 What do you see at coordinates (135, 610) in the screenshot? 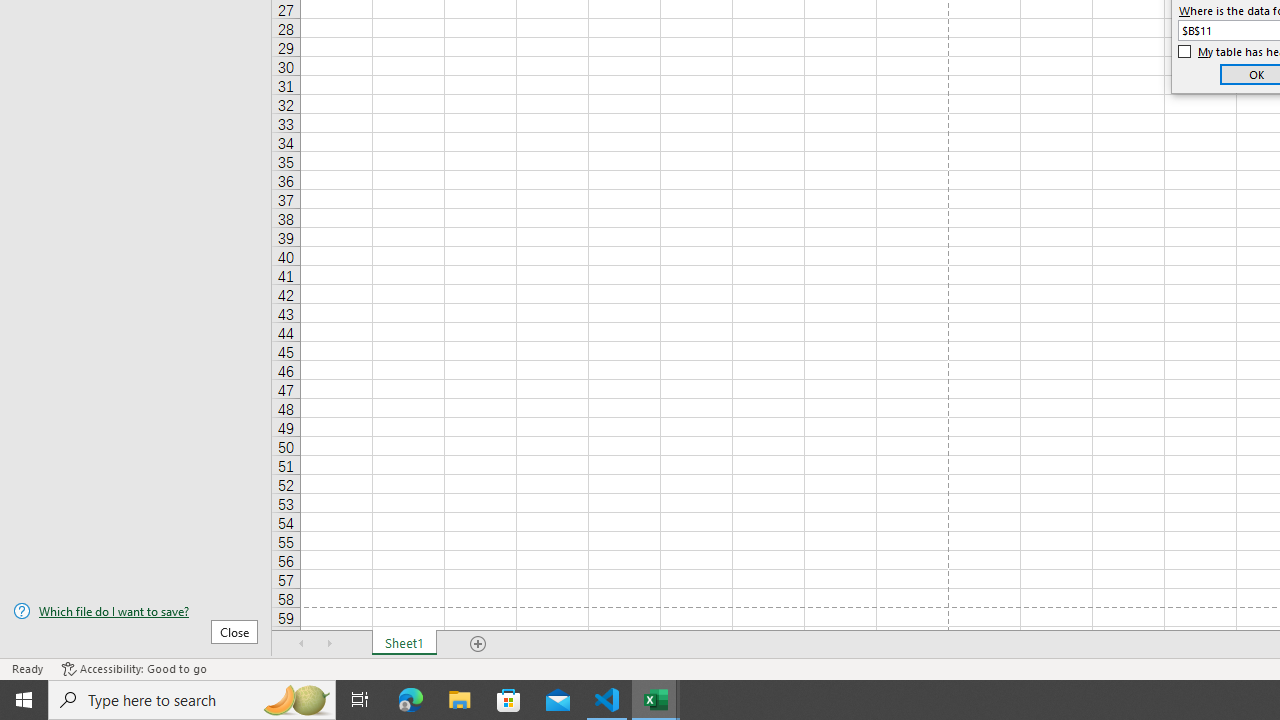
I see `'Which file do I want to save?'` at bounding box center [135, 610].